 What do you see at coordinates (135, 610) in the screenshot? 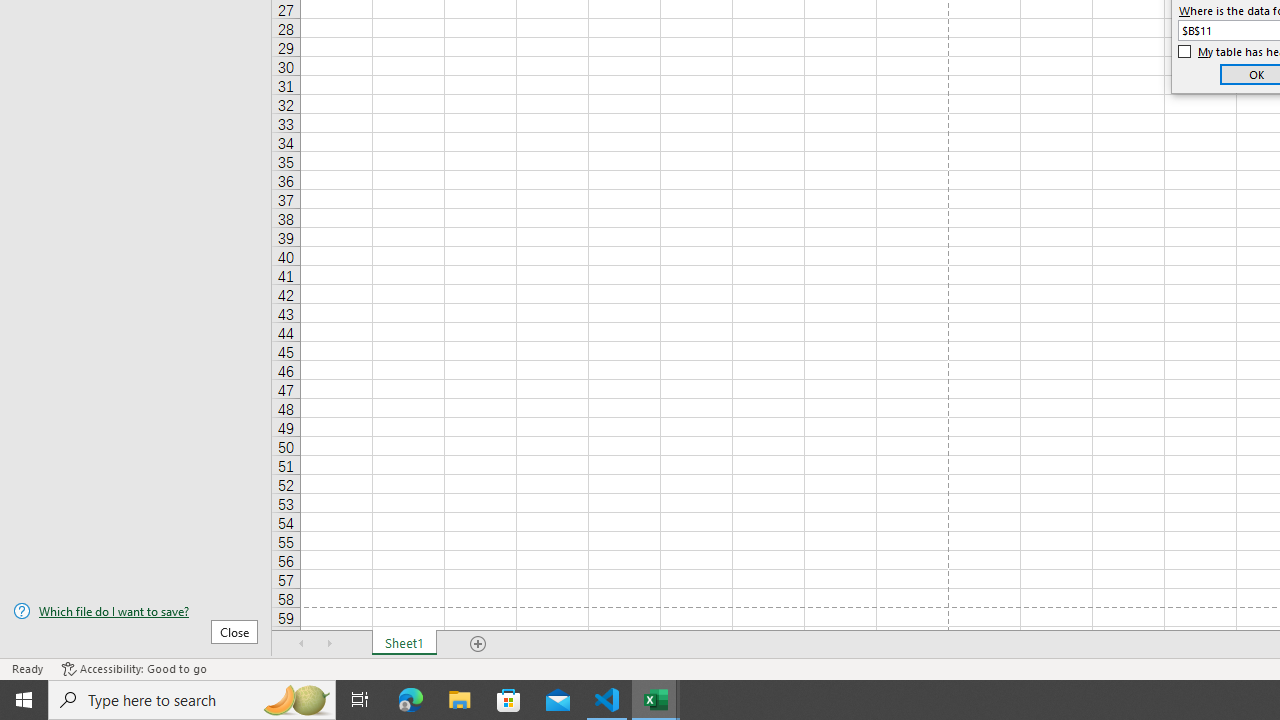
I see `'Which file do I want to save?'` at bounding box center [135, 610].